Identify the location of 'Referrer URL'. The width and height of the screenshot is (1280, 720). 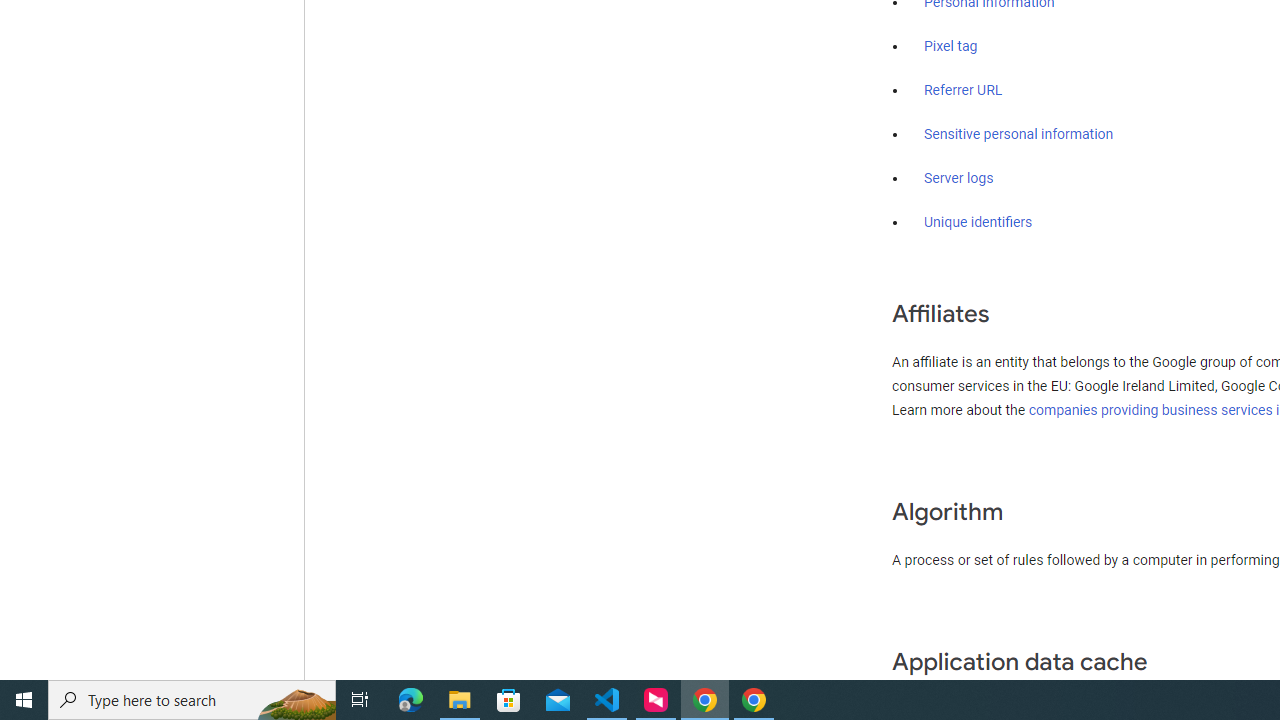
(963, 91).